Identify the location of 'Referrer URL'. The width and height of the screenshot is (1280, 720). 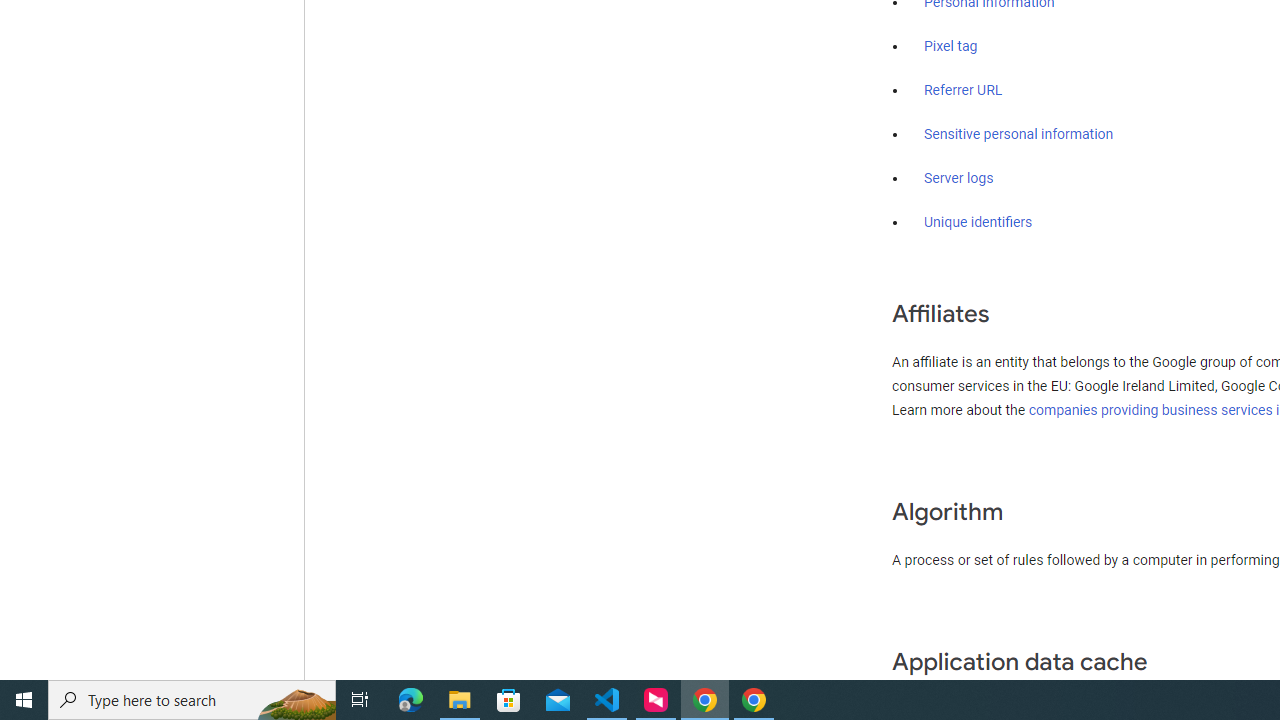
(963, 91).